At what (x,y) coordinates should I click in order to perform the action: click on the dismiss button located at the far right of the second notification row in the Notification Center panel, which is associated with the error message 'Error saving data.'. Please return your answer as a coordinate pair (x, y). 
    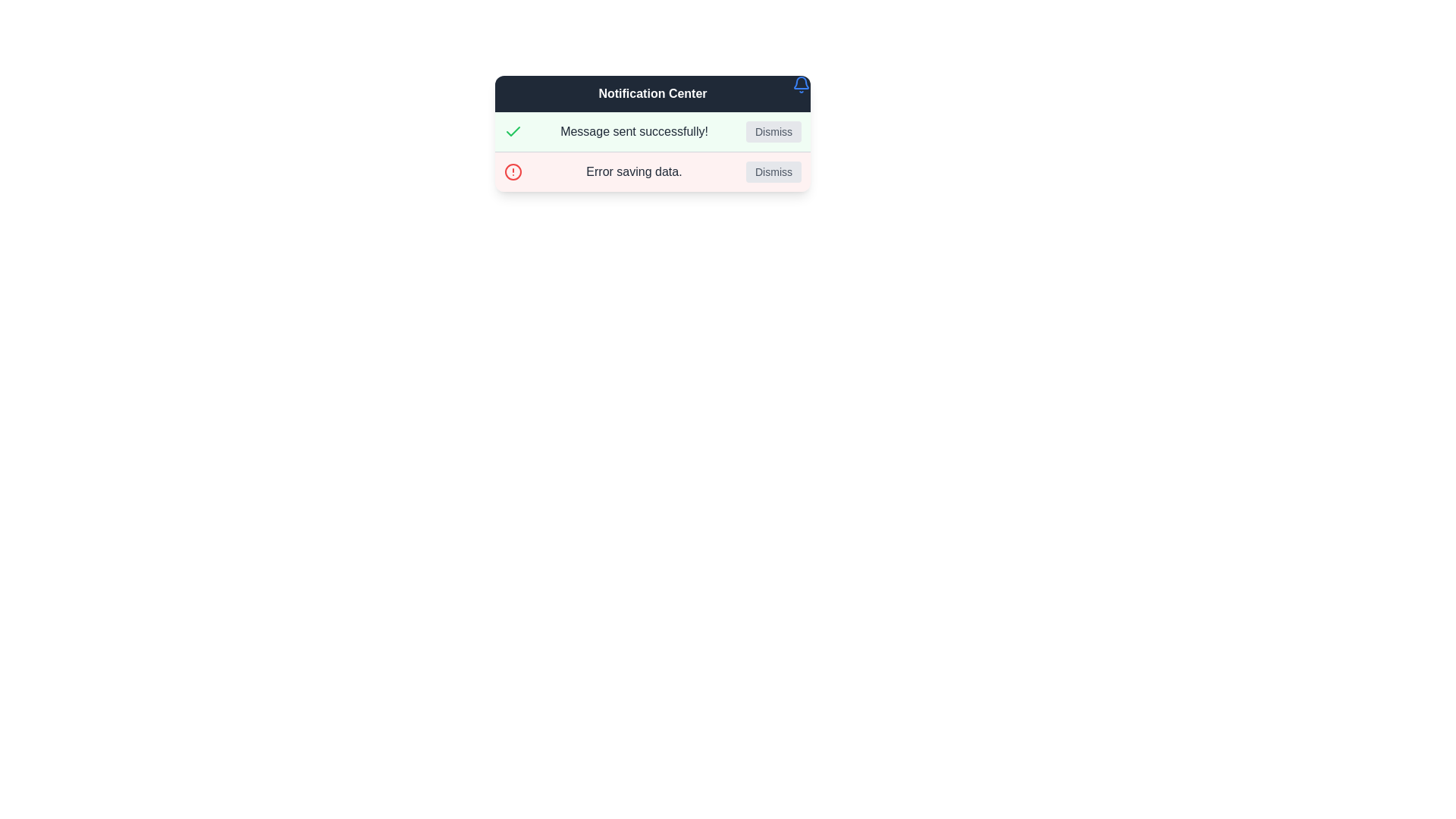
    Looking at the image, I should click on (773, 171).